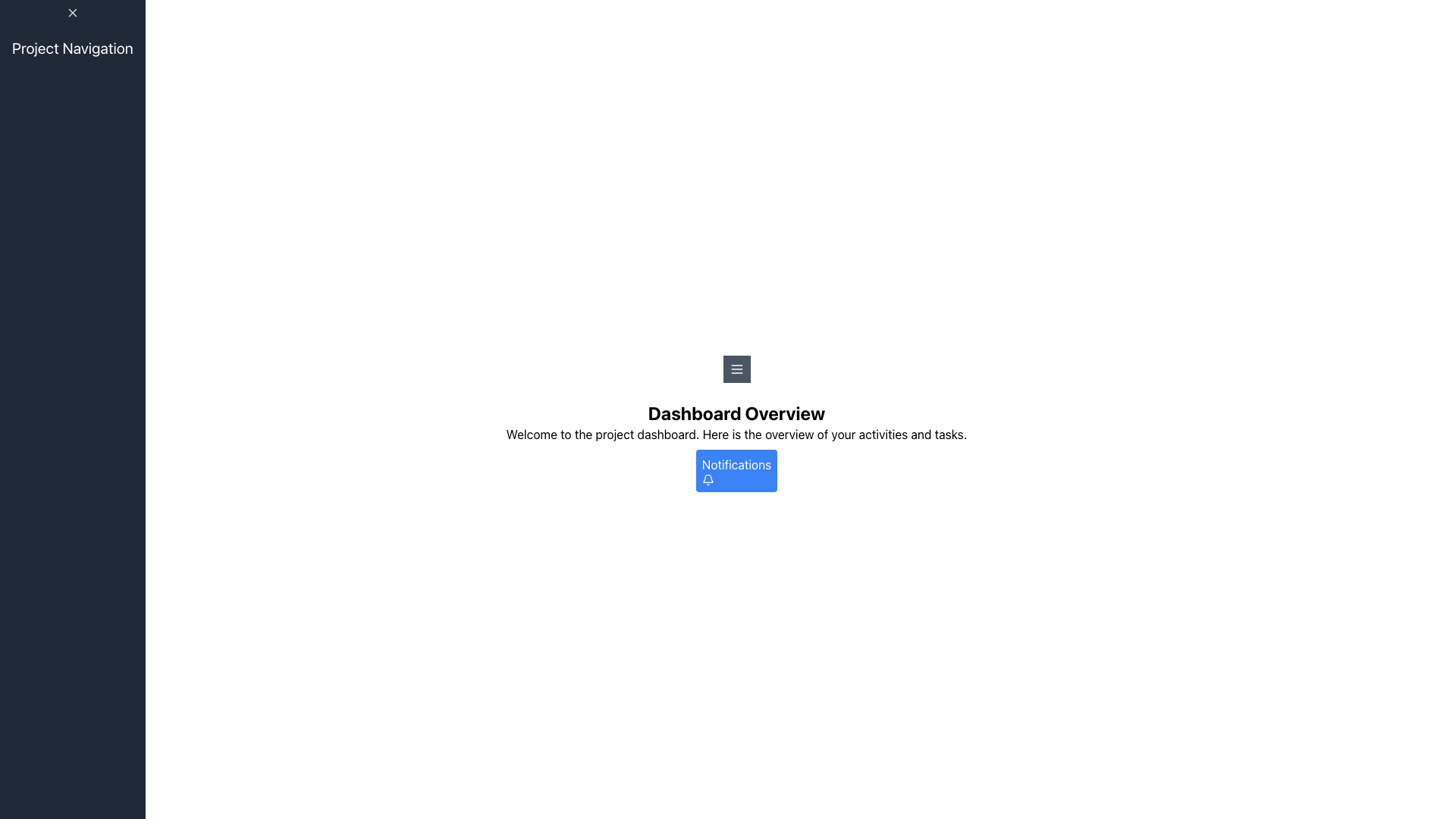  Describe the element at coordinates (736, 413) in the screenshot. I see `the title or header text element that introduces the content of the section, located directly above a paragraph and a blue 'Notifications' button` at that location.